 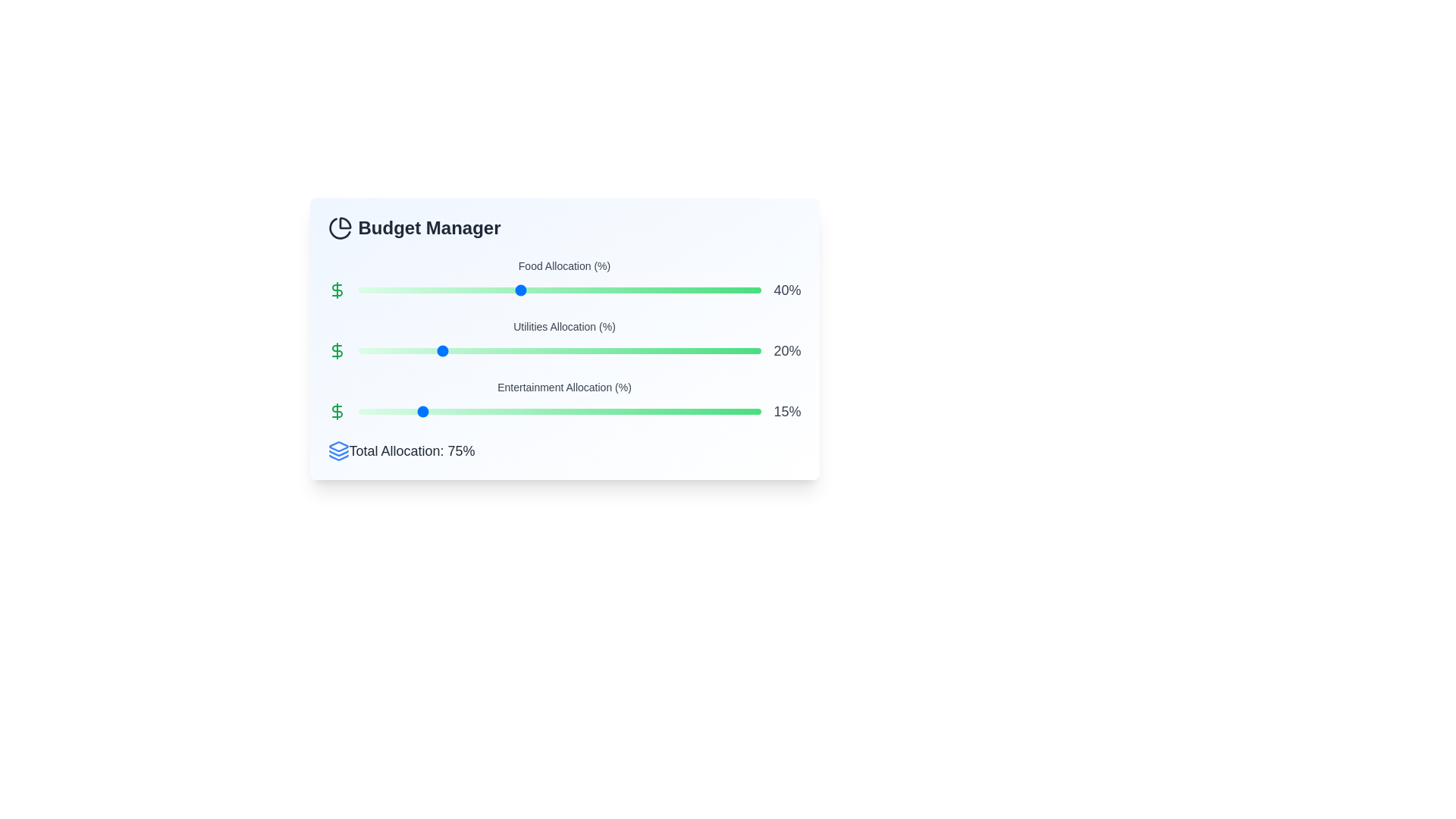 What do you see at coordinates (523, 412) in the screenshot?
I see `the Entertainment Allocation slider to 41%` at bounding box center [523, 412].